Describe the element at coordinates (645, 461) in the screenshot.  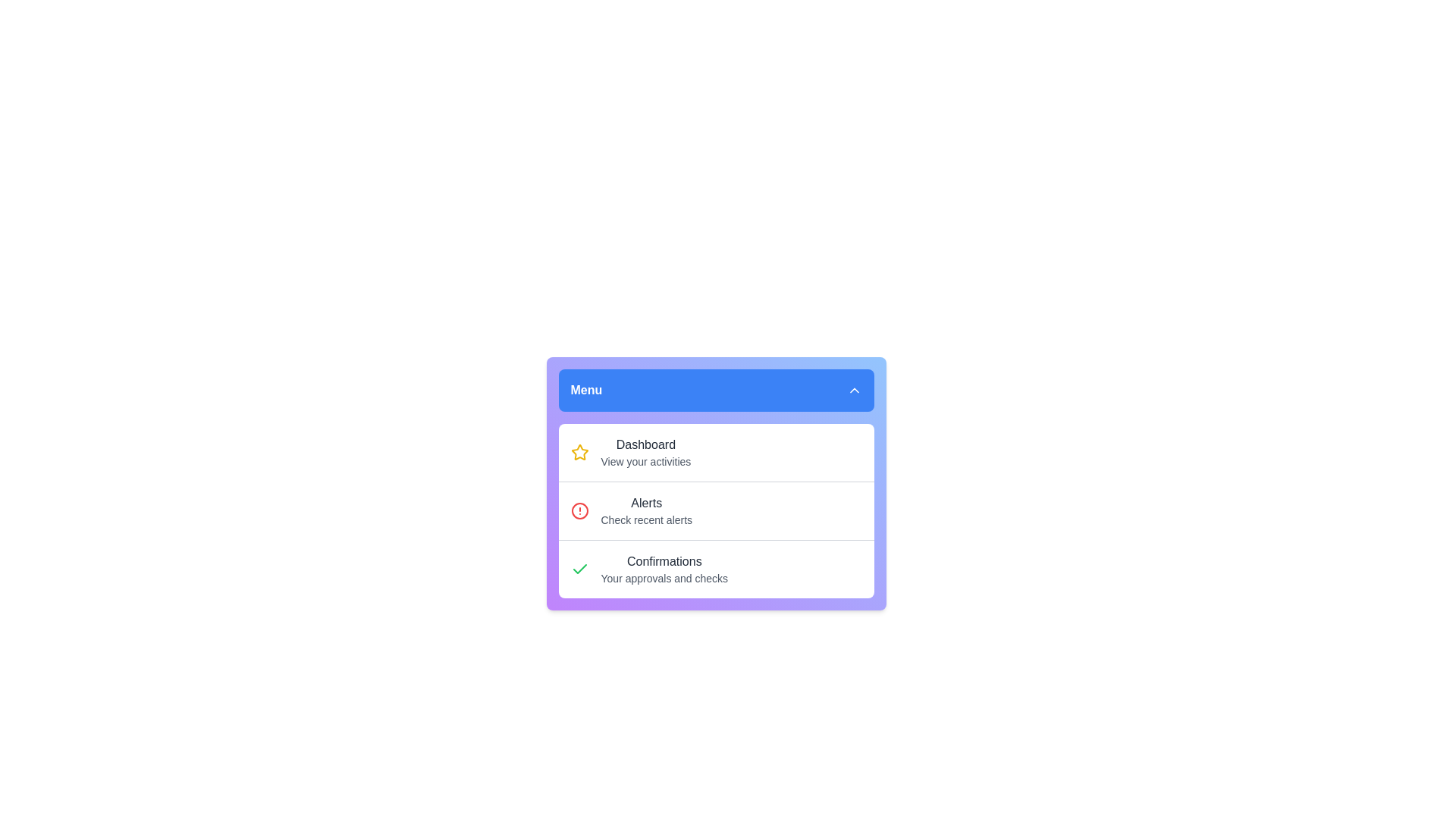
I see `the 'View your activities' text label, which is a small-sized light gray text located under the 'Dashboard' heading in the menu panel` at that location.